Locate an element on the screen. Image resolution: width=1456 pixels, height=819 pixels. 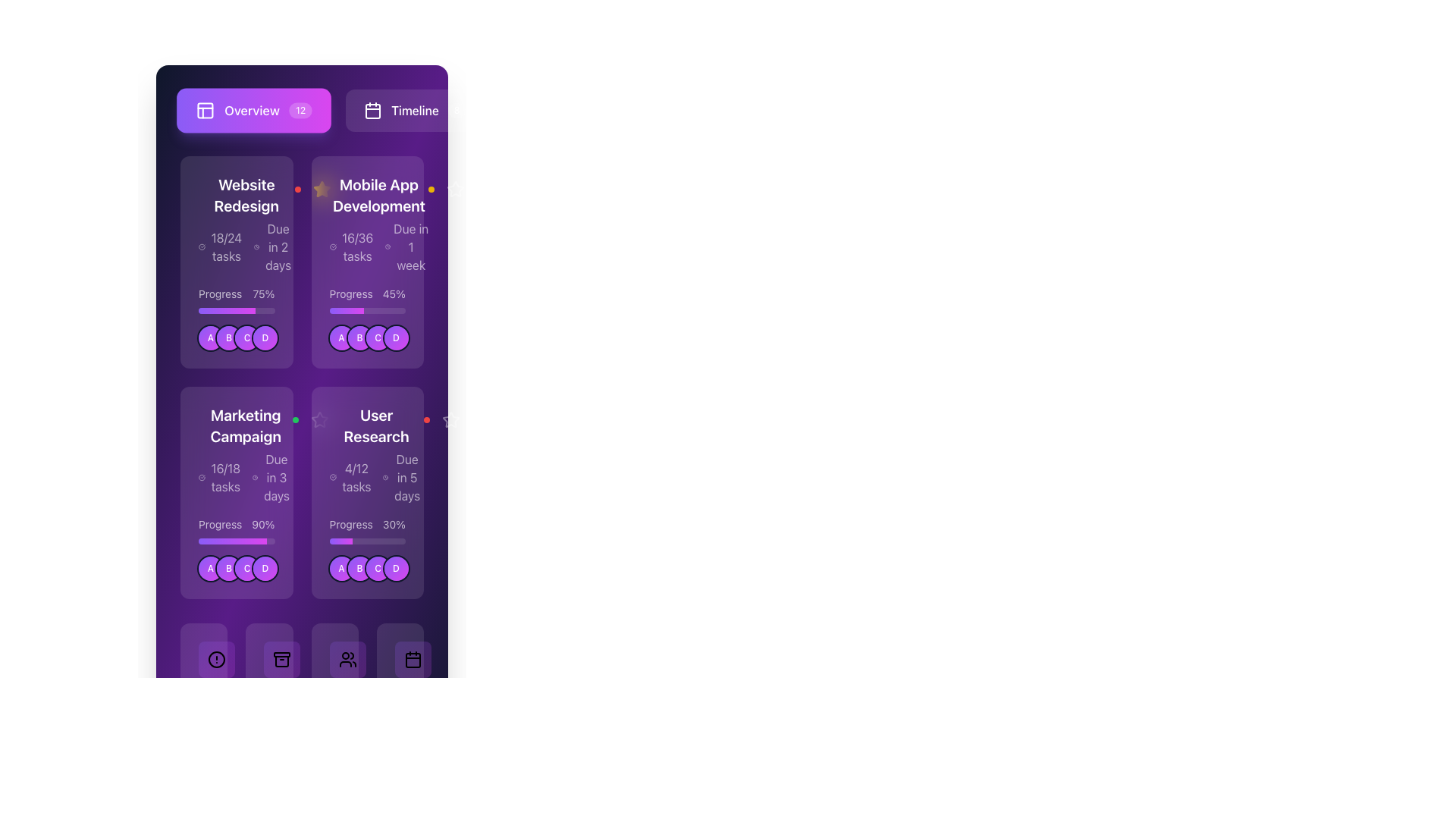
the Avatar Group Display representing team members associated with the 'Marketing Campaign' task group is located at coordinates (236, 568).